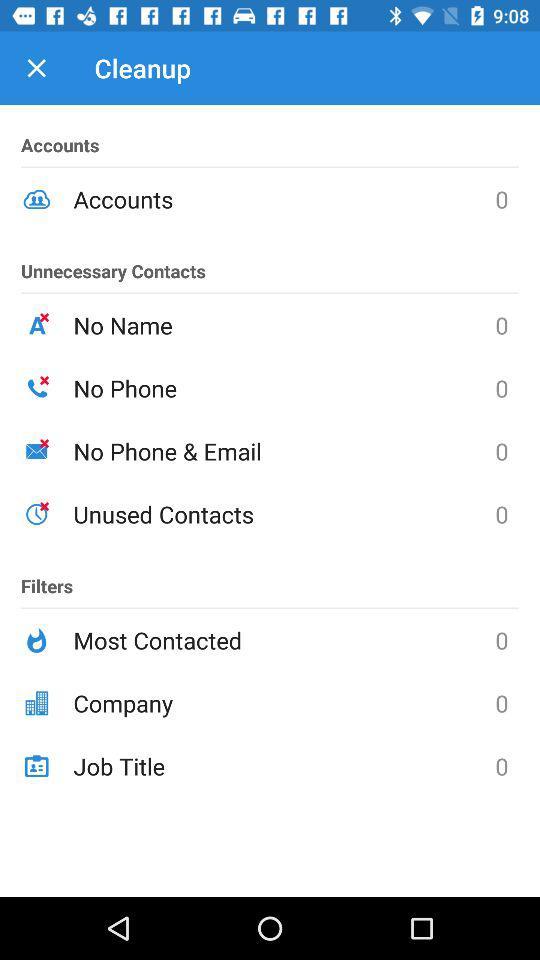 Image resolution: width=540 pixels, height=960 pixels. Describe the element at coordinates (283, 325) in the screenshot. I see `the item next to the 0` at that location.